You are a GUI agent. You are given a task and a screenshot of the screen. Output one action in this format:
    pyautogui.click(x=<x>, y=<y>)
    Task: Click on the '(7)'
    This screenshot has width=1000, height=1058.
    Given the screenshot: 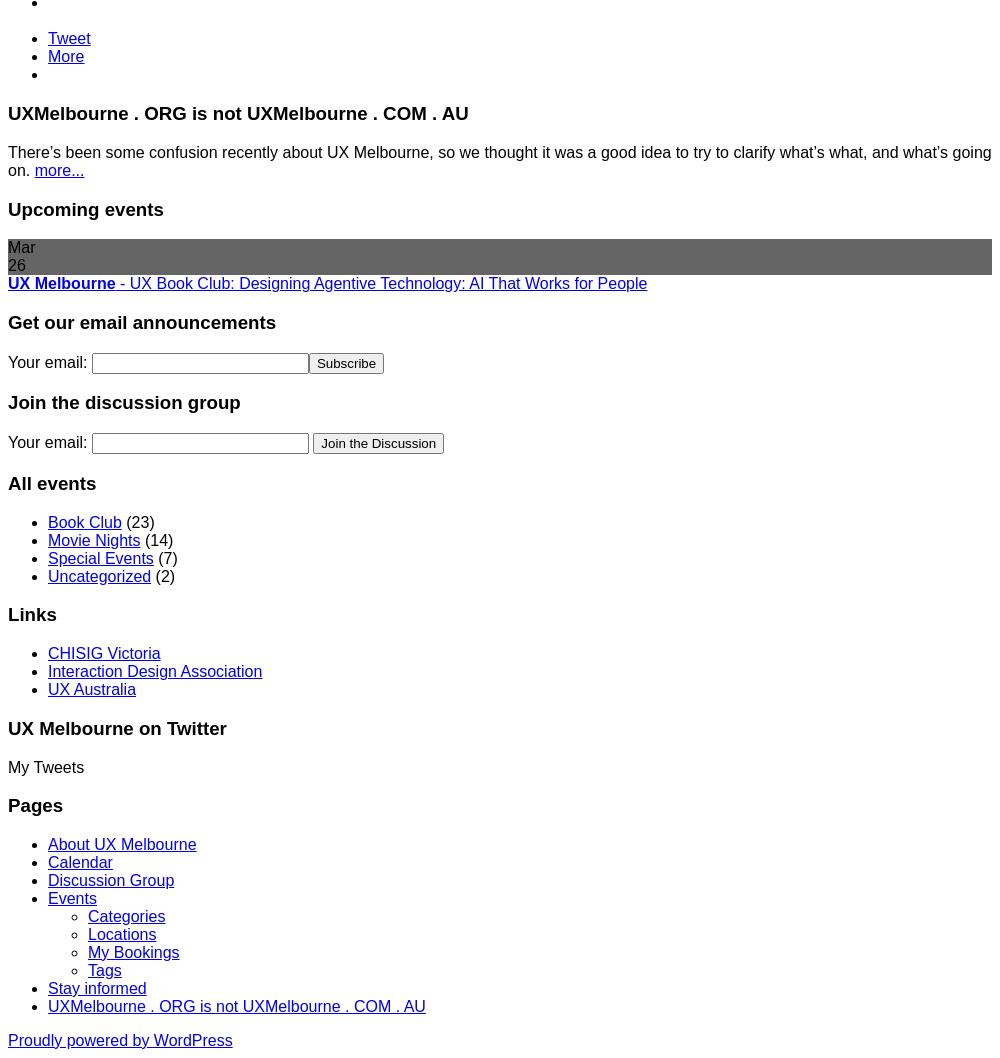 What is the action you would take?
    pyautogui.click(x=165, y=557)
    